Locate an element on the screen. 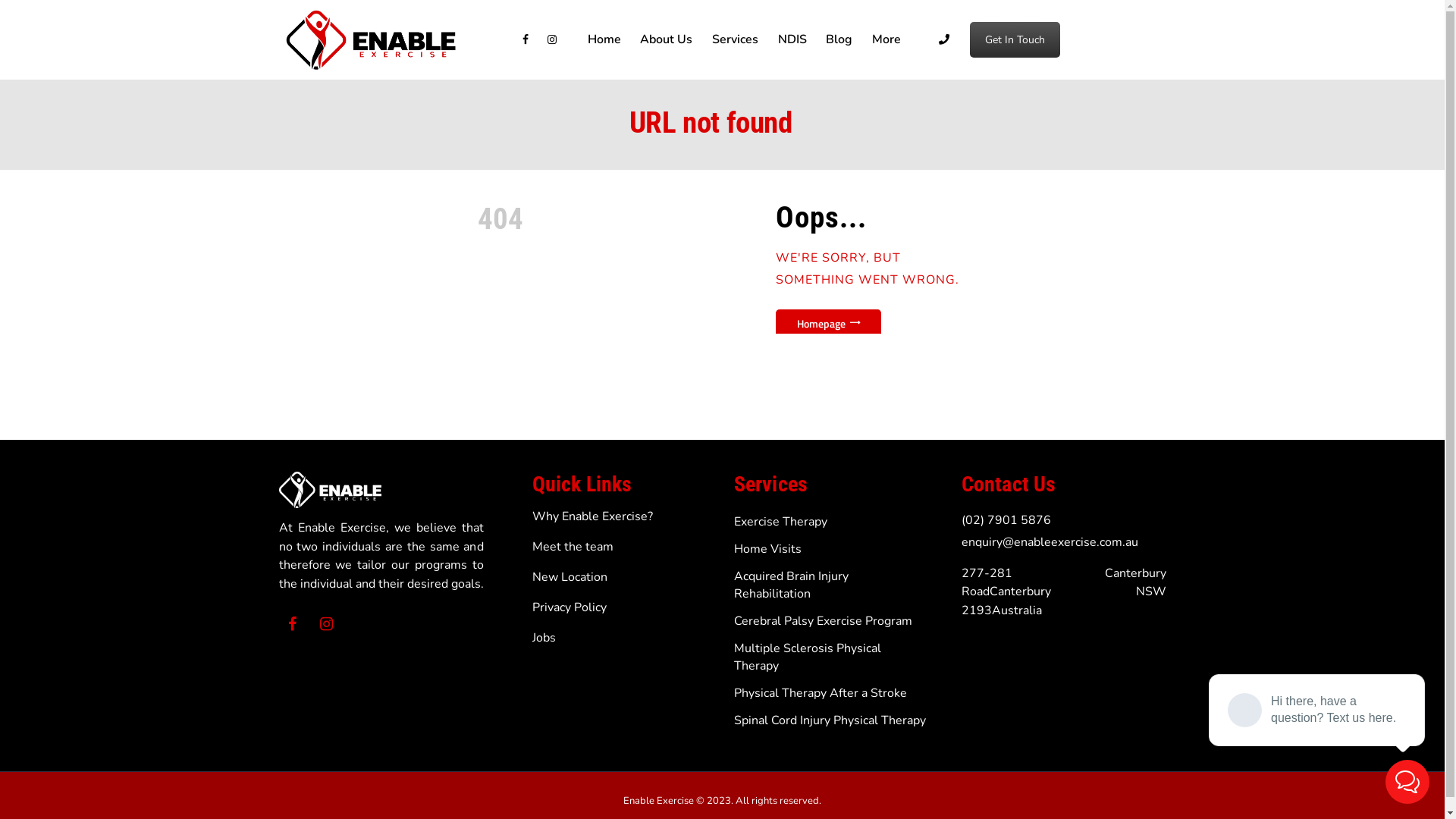 The width and height of the screenshot is (1456, 819). 'Homepage' is located at coordinates (827, 322).